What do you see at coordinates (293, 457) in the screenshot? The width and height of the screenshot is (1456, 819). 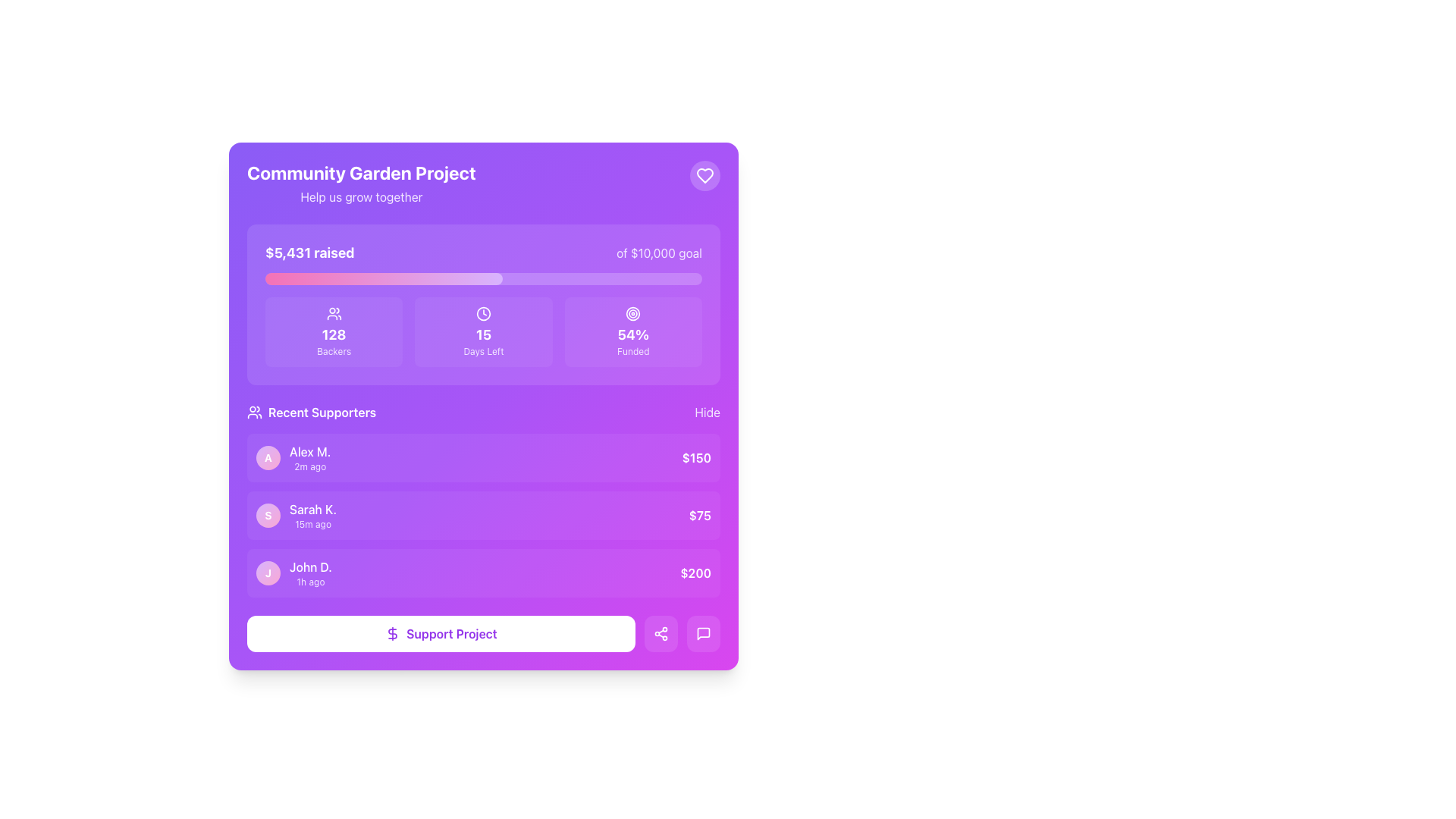 I see `the user card for 'Alex M.' displayed with a circular avatar and a timestamp, located in the 'Recent Supporters' section` at bounding box center [293, 457].